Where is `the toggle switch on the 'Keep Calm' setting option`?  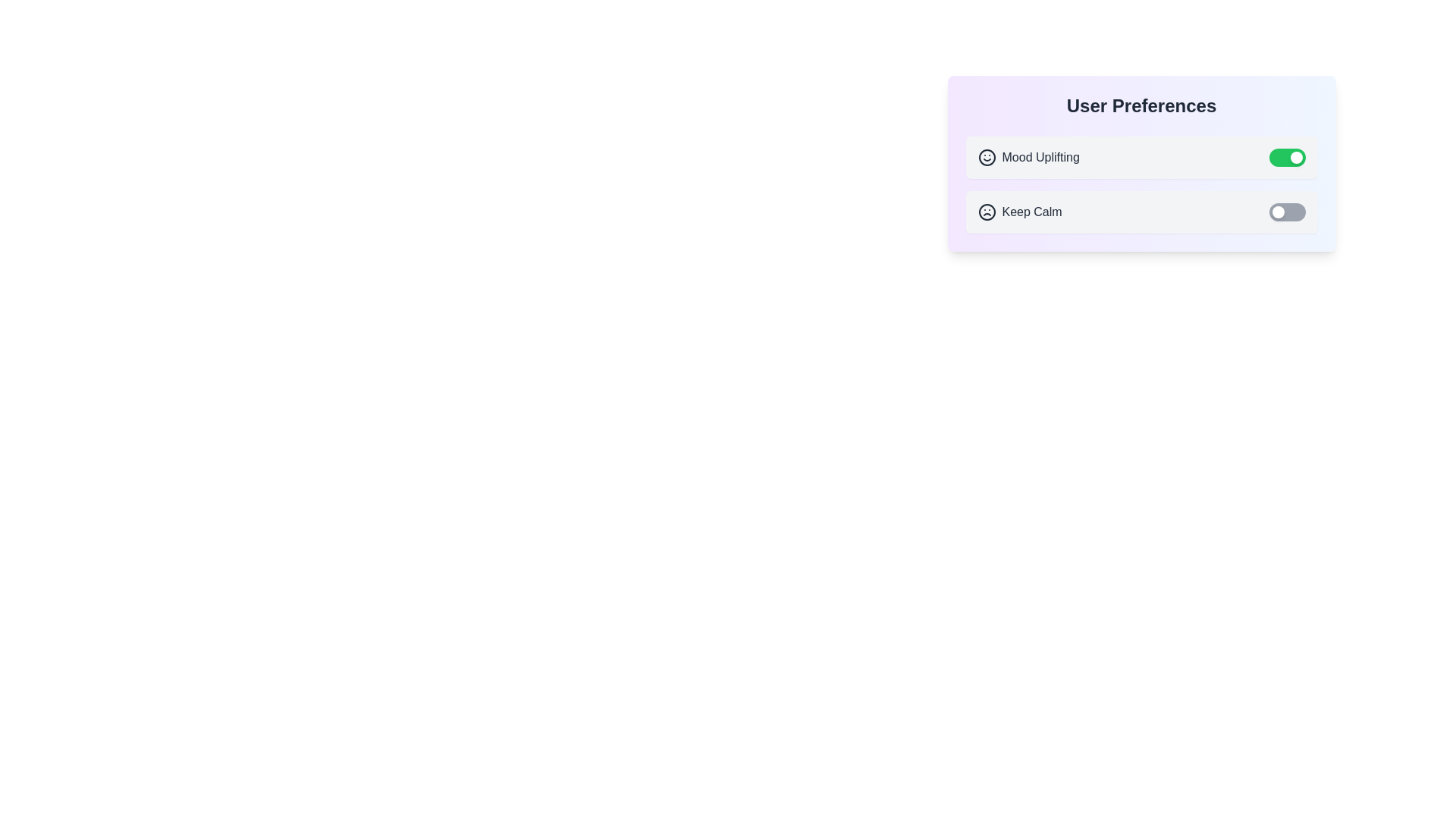
the toggle switch on the 'Keep Calm' setting option is located at coordinates (1141, 212).